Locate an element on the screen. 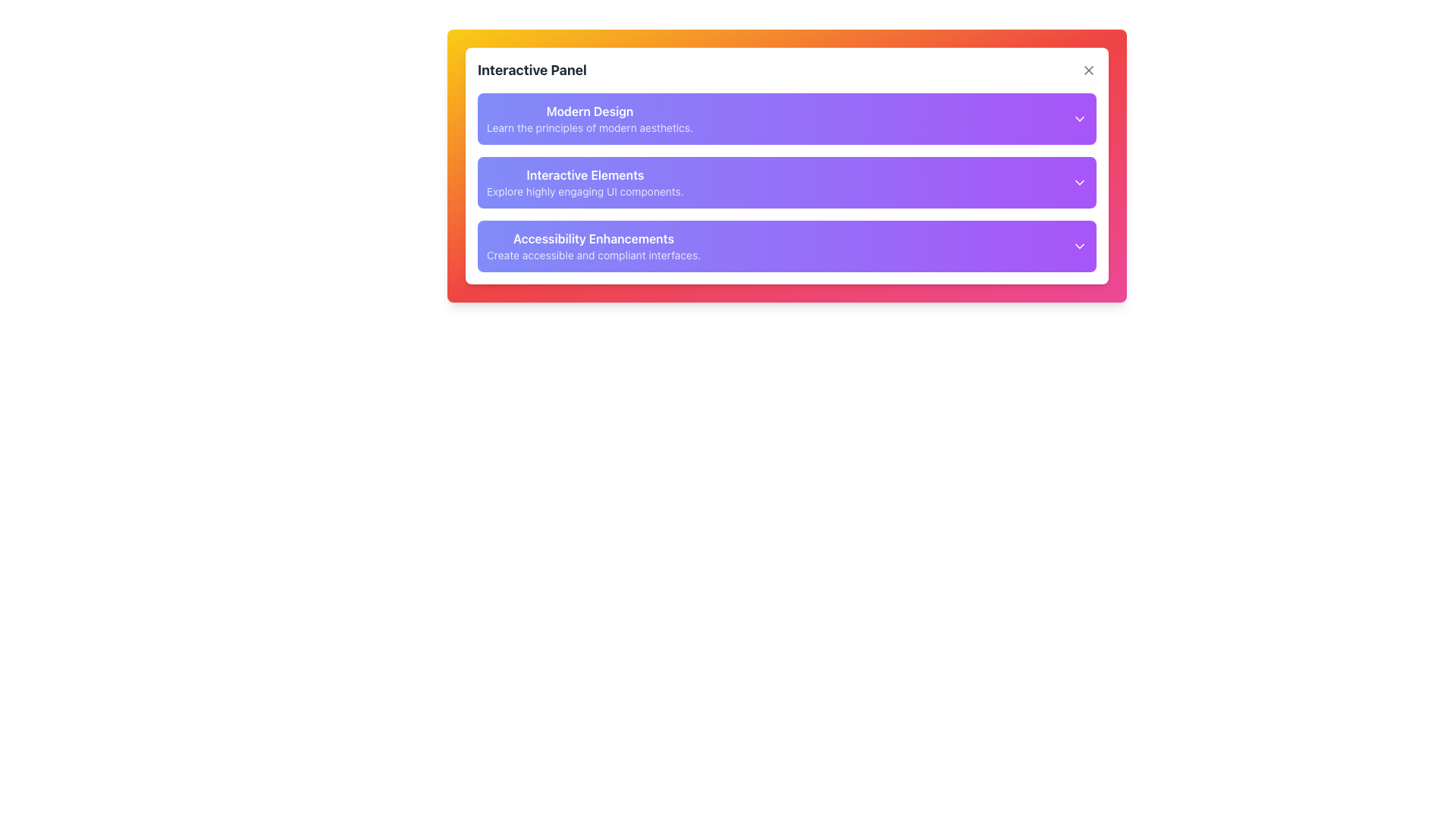 Image resolution: width=1456 pixels, height=819 pixels. the section labeled 'Interactive Panel' is located at coordinates (532, 70).